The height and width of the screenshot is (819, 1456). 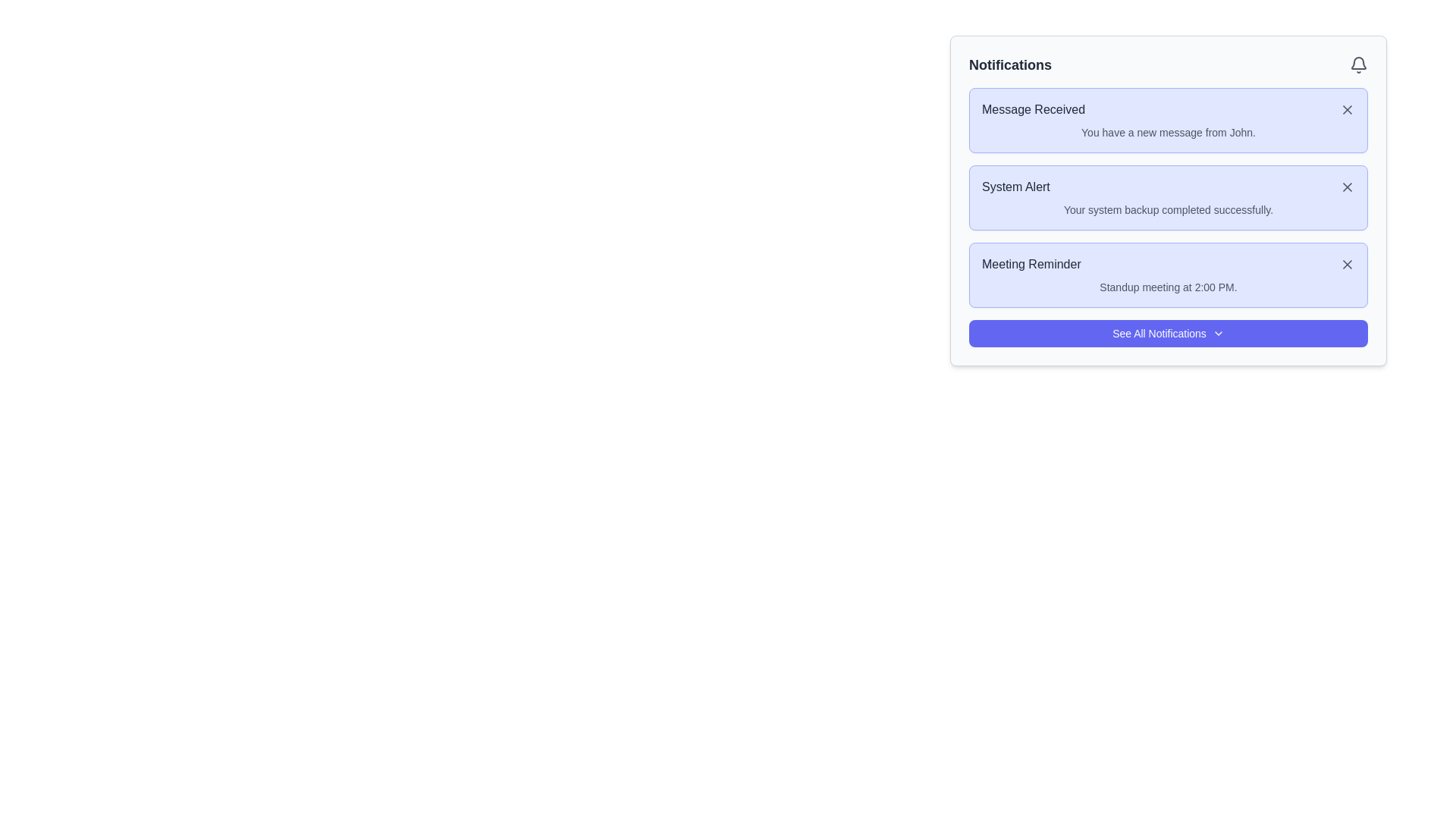 I want to click on the Close button, represented by an 'X' icon within the notification titled 'Meeting Reminder', so click(x=1347, y=263).